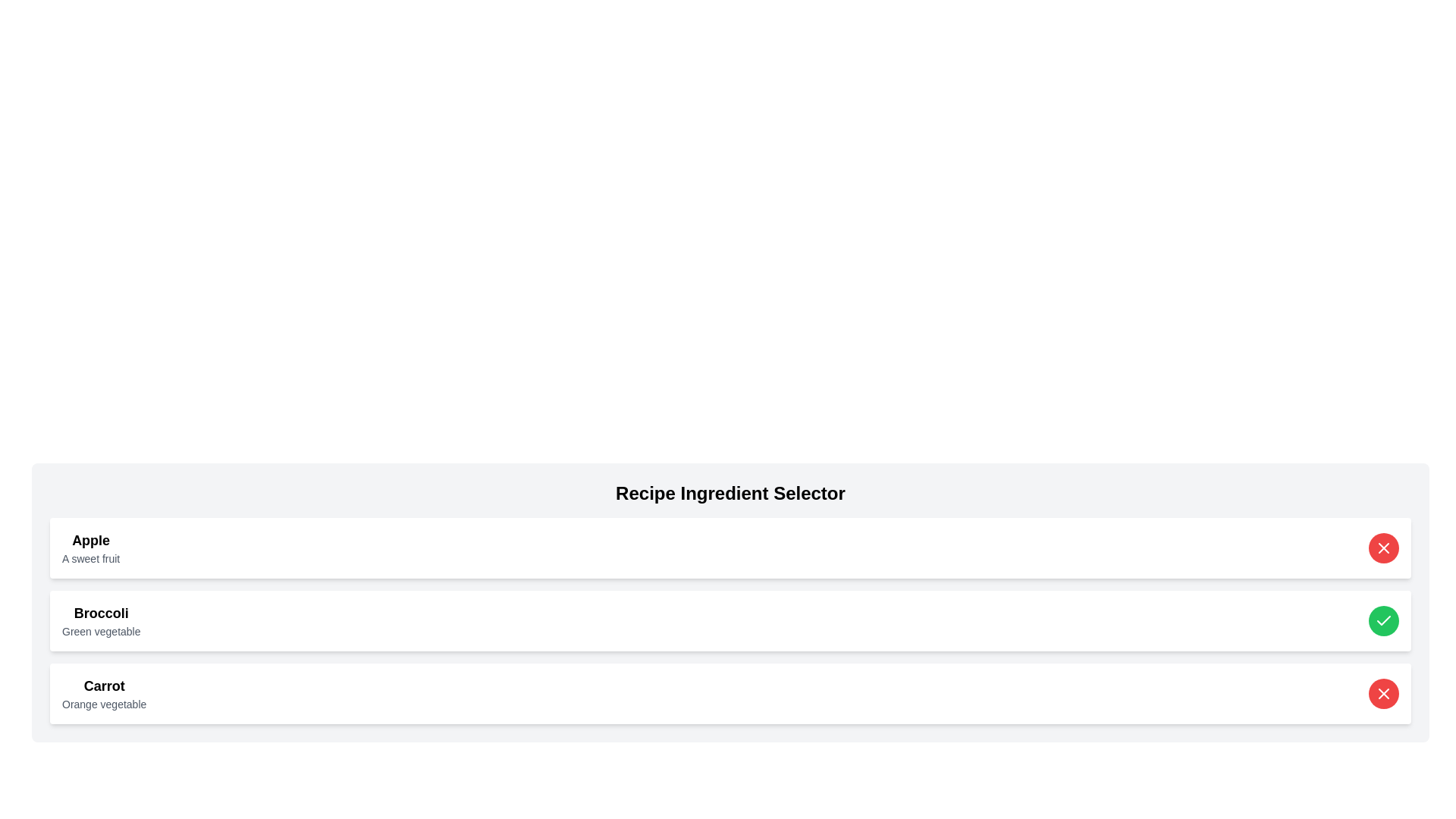 This screenshot has height=819, width=1456. I want to click on the red circular icon button, so click(1383, 548).